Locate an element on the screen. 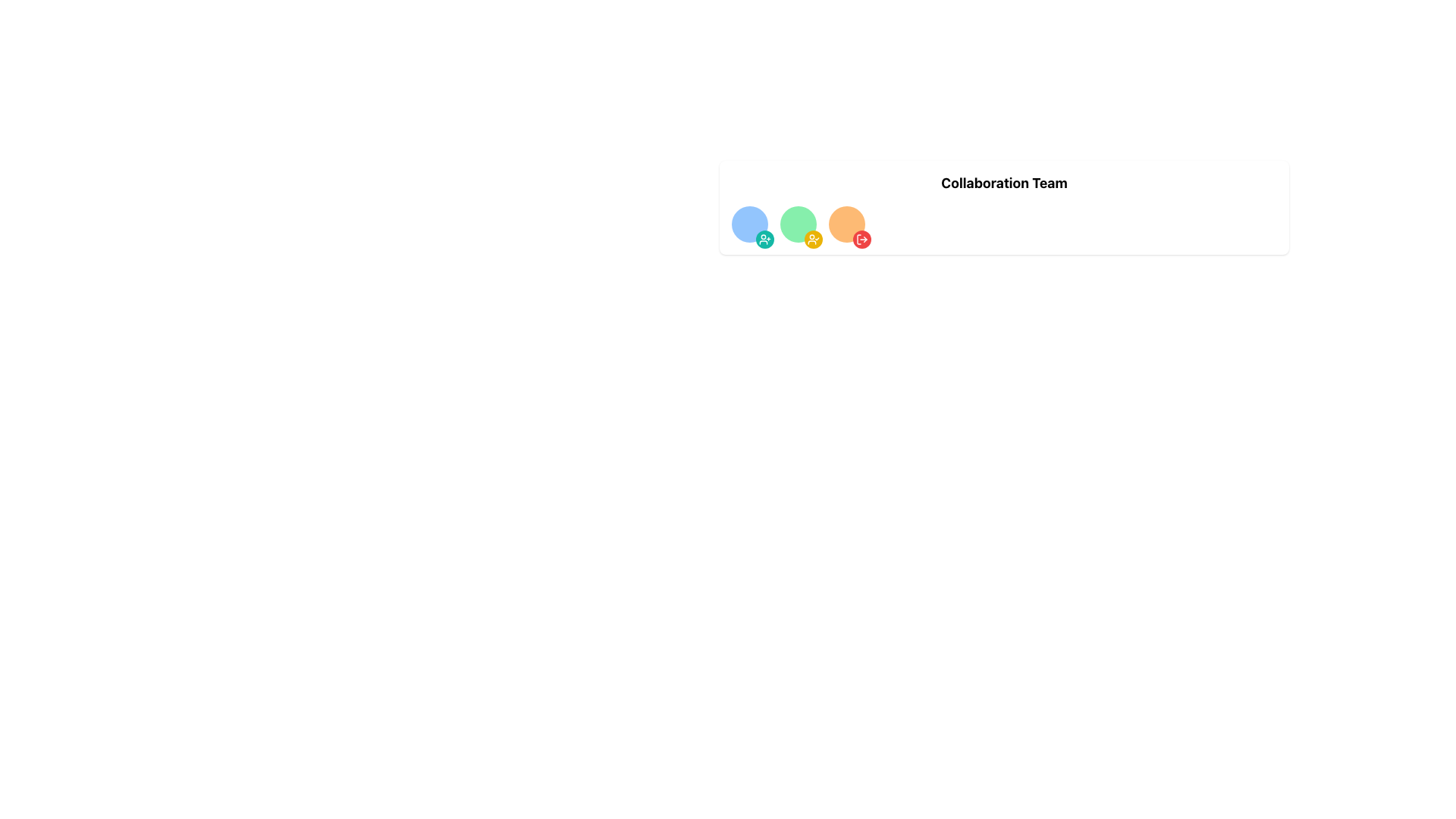 The image size is (1456, 819). the badge or status indicator that visually indicates a confirmation or approved status, located at the bottom-right of the main green circular element is located at coordinates (813, 239).